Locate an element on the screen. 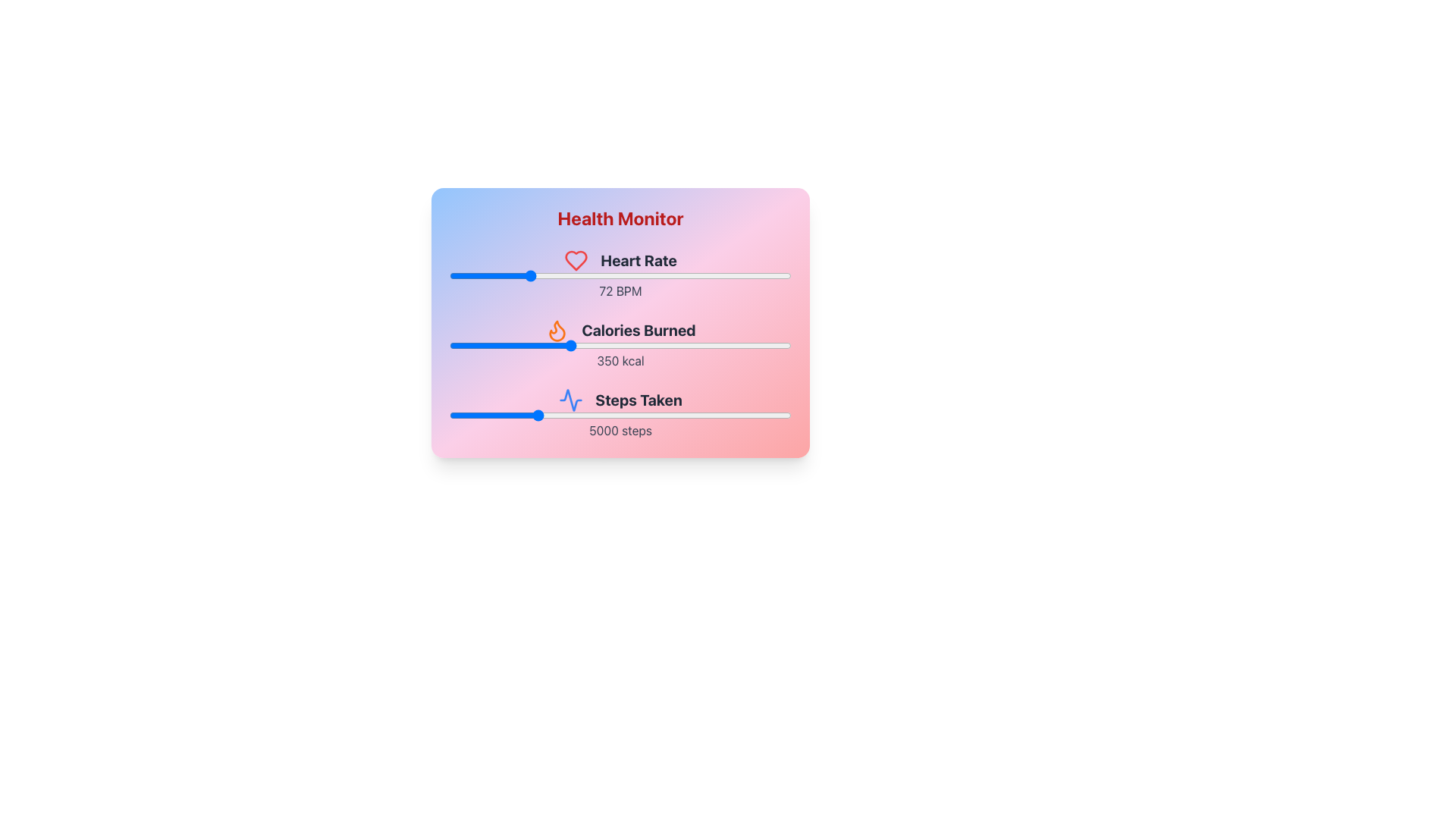 The width and height of the screenshot is (1456, 819). calories burned is located at coordinates (519, 345).